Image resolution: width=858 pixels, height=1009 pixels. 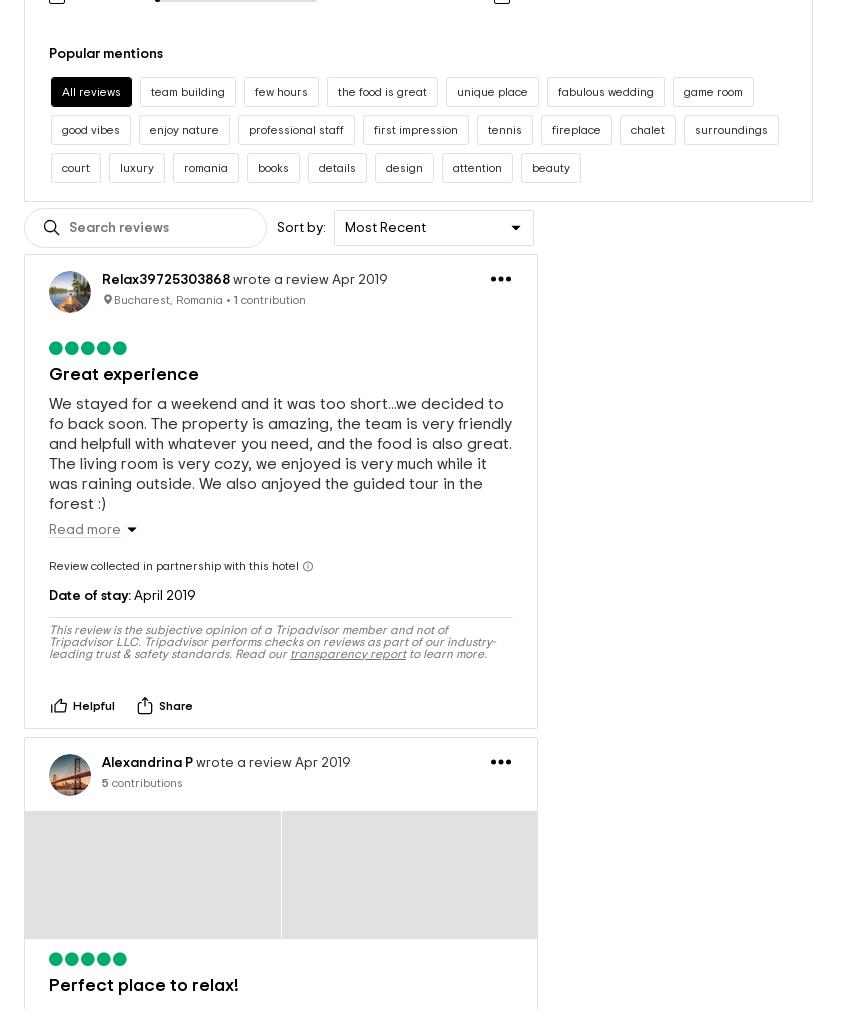 I want to click on 'details', so click(x=336, y=146).